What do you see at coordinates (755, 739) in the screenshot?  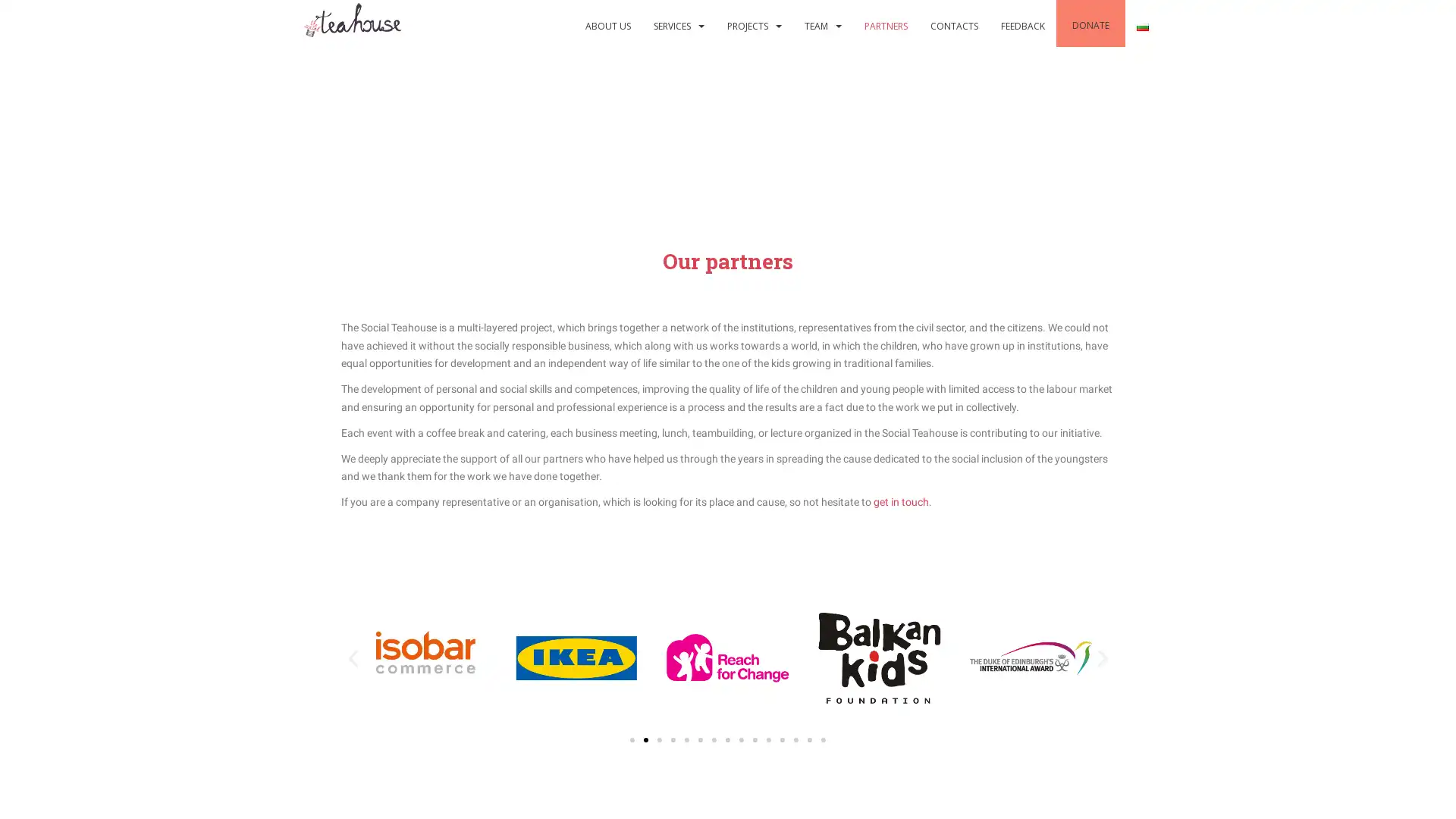 I see `Go to slide 10` at bounding box center [755, 739].